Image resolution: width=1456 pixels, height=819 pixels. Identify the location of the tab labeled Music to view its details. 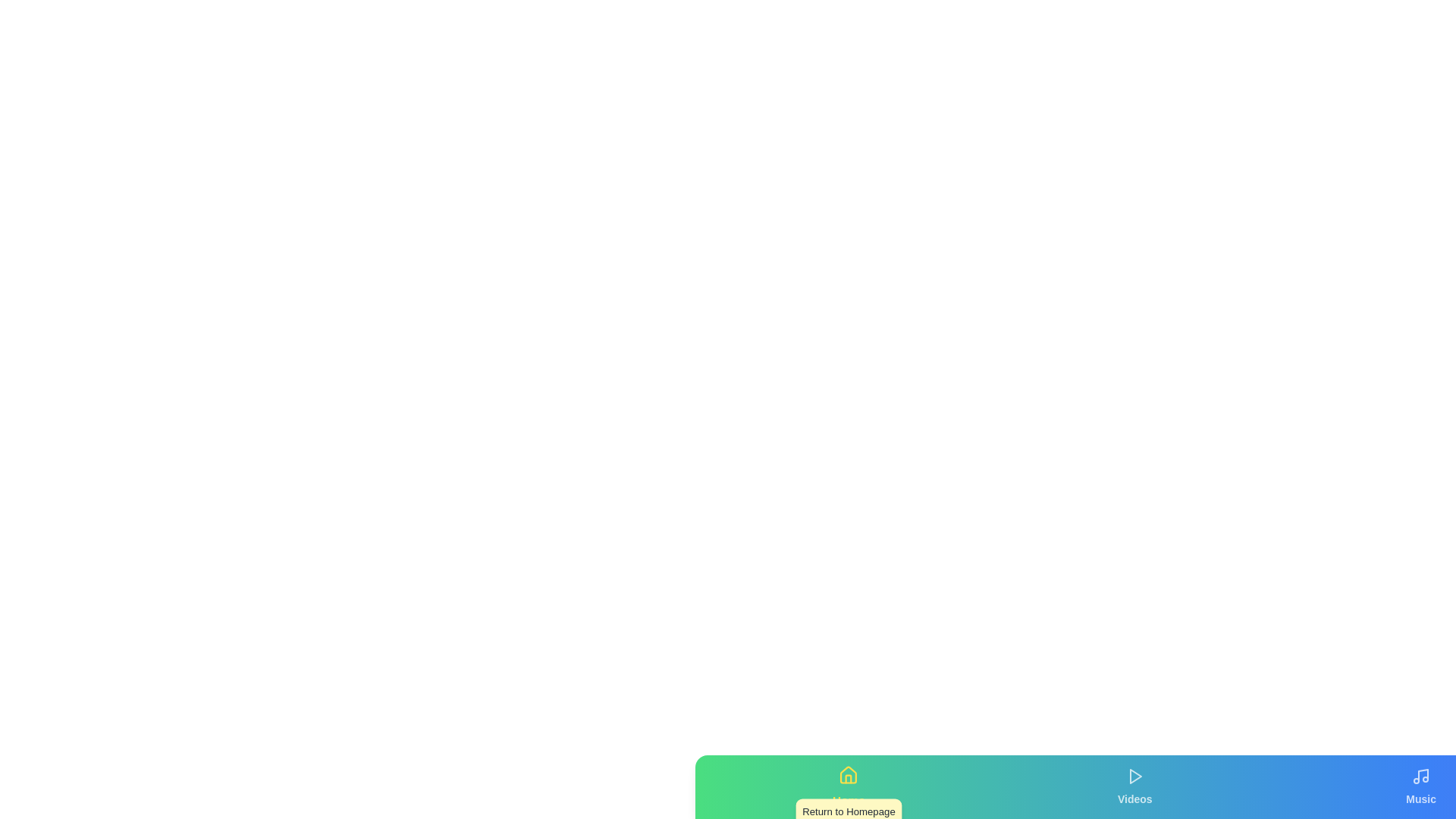
(1420, 786).